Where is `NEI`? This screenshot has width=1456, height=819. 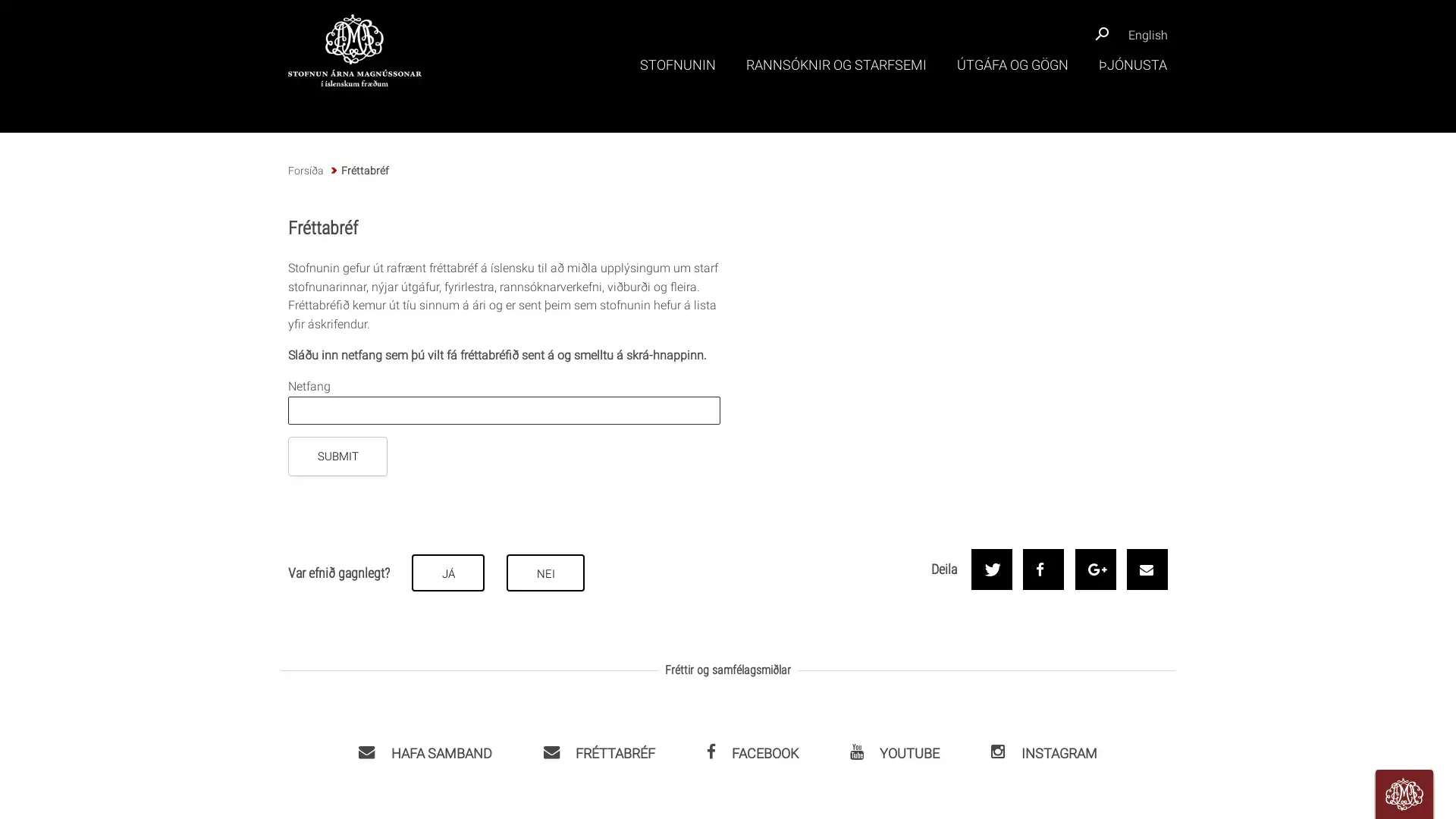
NEI is located at coordinates (545, 573).